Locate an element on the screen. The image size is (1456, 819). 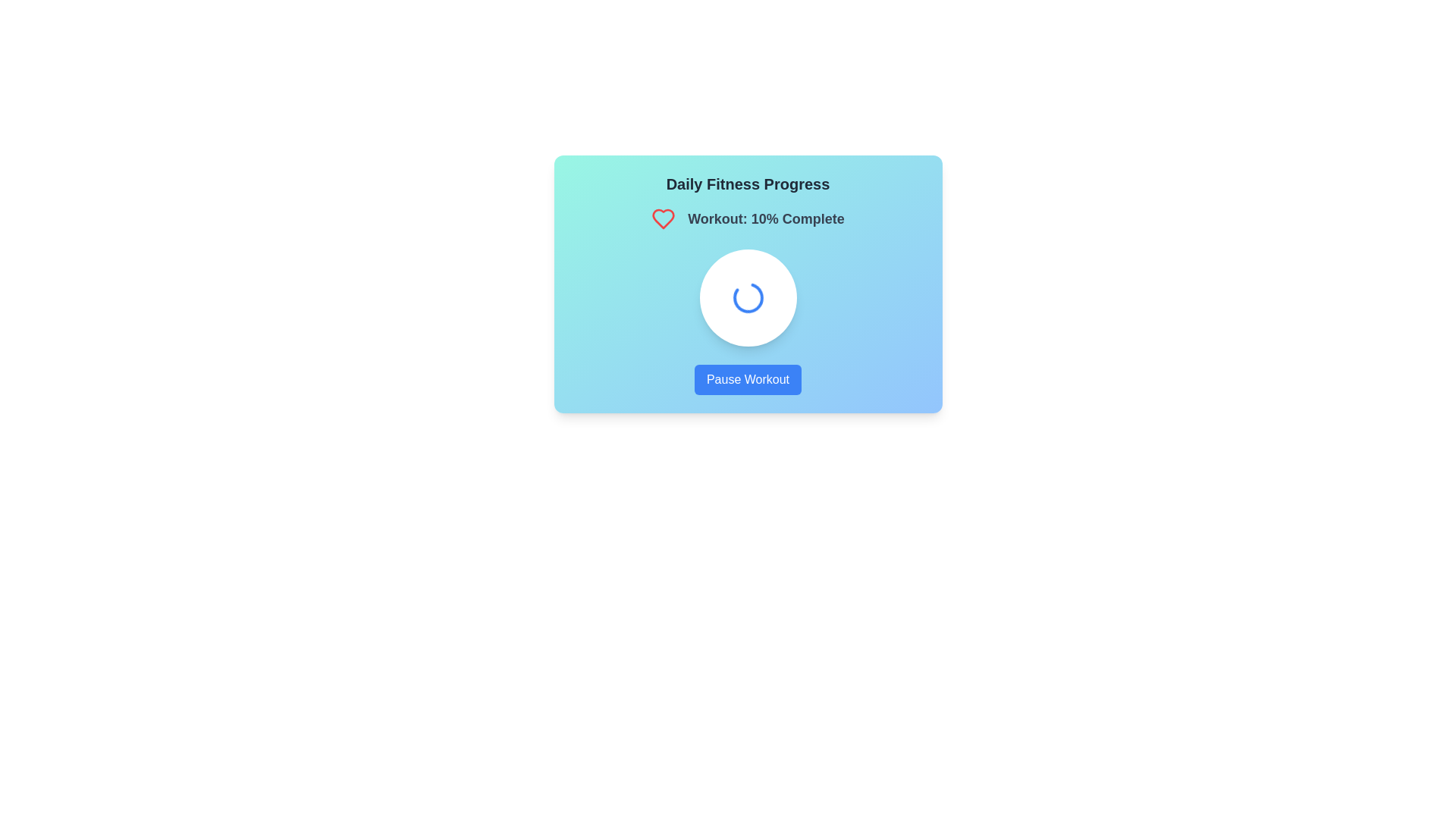
the informational label that reads 'Workout: 0% Complete' which is styled in bold gray font and situated next to a heart icon, located towards the upper center of a card interface is located at coordinates (748, 219).